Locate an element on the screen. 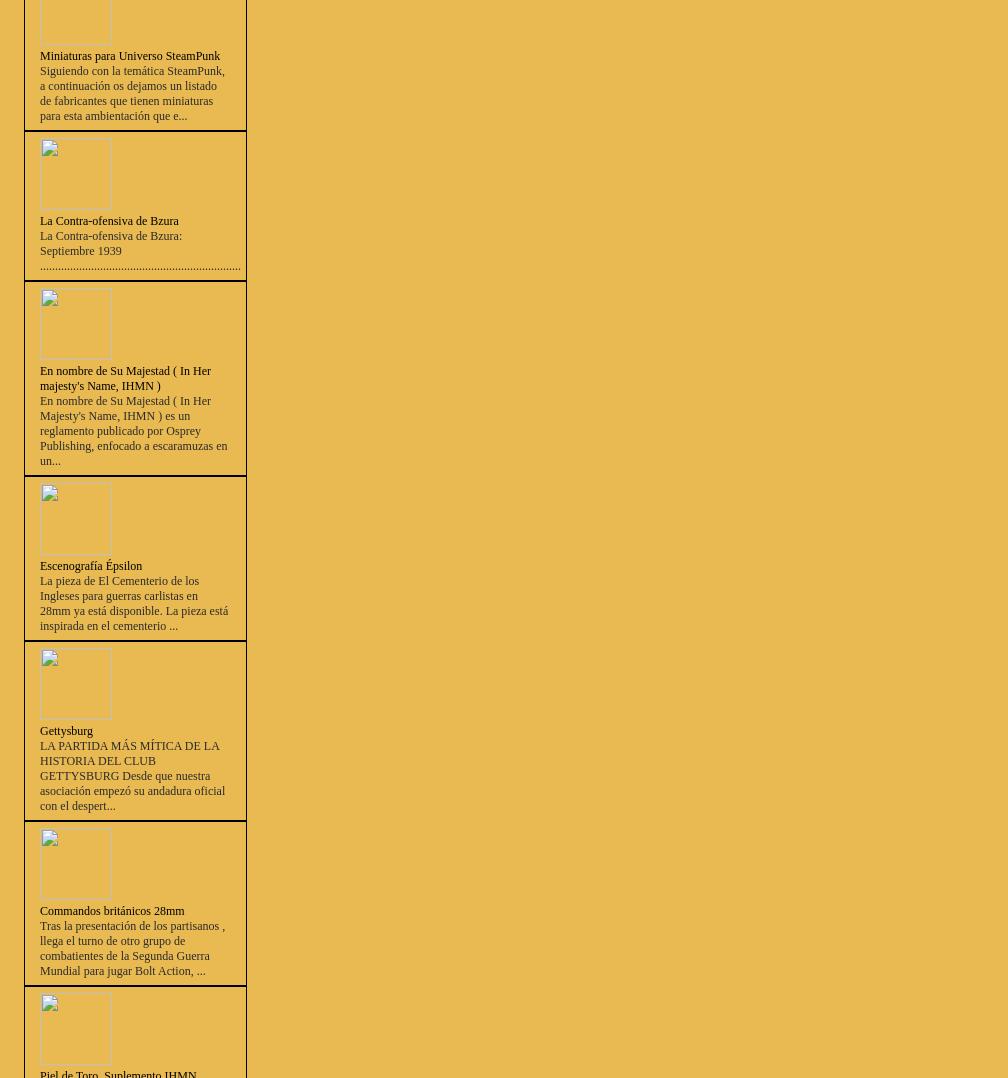 Image resolution: width=1008 pixels, height=1078 pixels. 'Escenografía Épsilon' is located at coordinates (91, 564).